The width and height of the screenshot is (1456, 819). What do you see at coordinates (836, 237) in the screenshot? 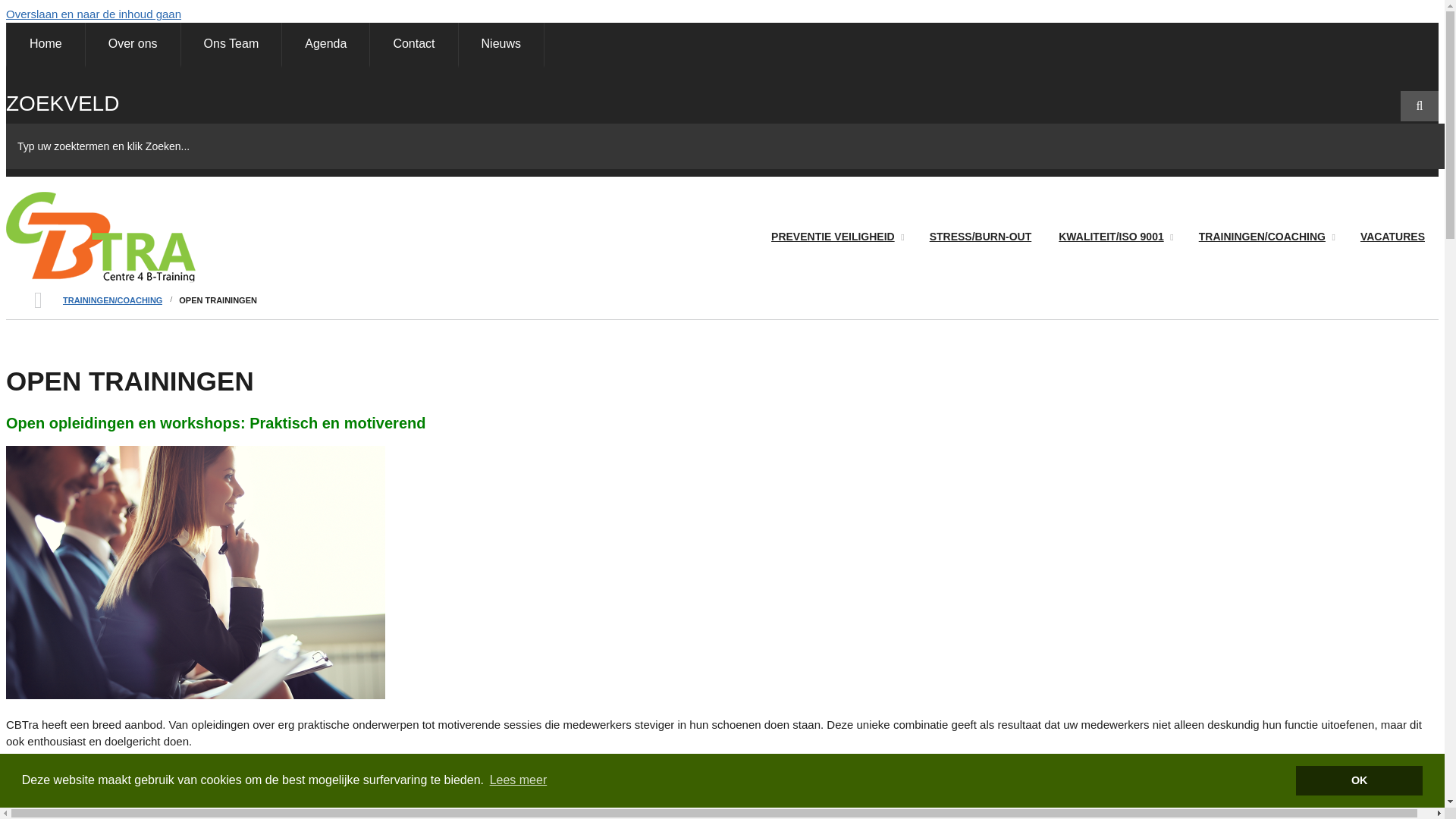
I see `'PREVENTIE VEILIGHEID'` at bounding box center [836, 237].